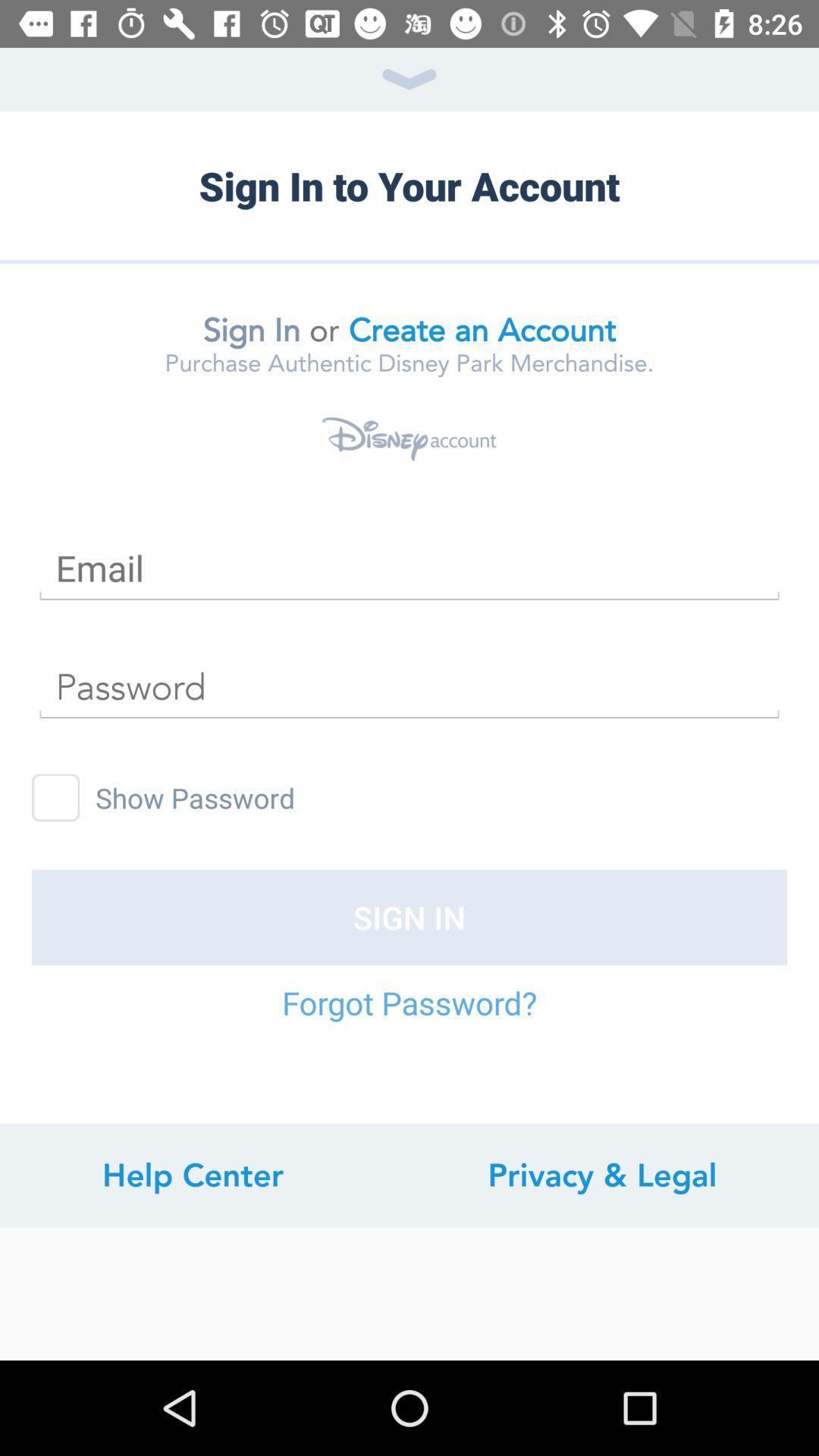 The image size is (819, 1456). I want to click on the icon at the bottom left corner, so click(192, 1175).